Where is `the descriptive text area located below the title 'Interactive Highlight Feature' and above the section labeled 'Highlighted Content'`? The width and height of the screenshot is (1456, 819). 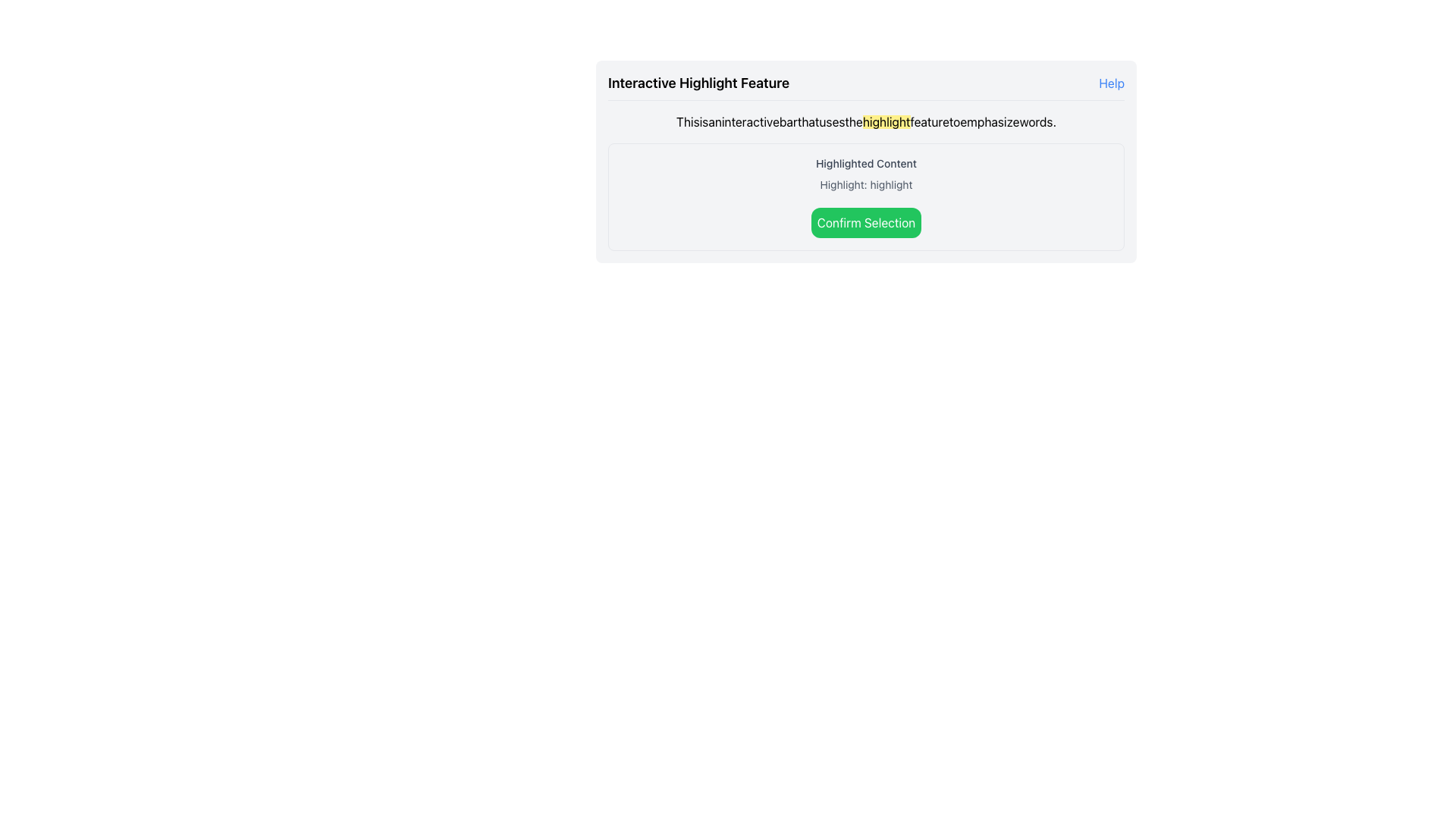 the descriptive text area located below the title 'Interactive Highlight Feature' and above the section labeled 'Highlighted Content' is located at coordinates (866, 121).